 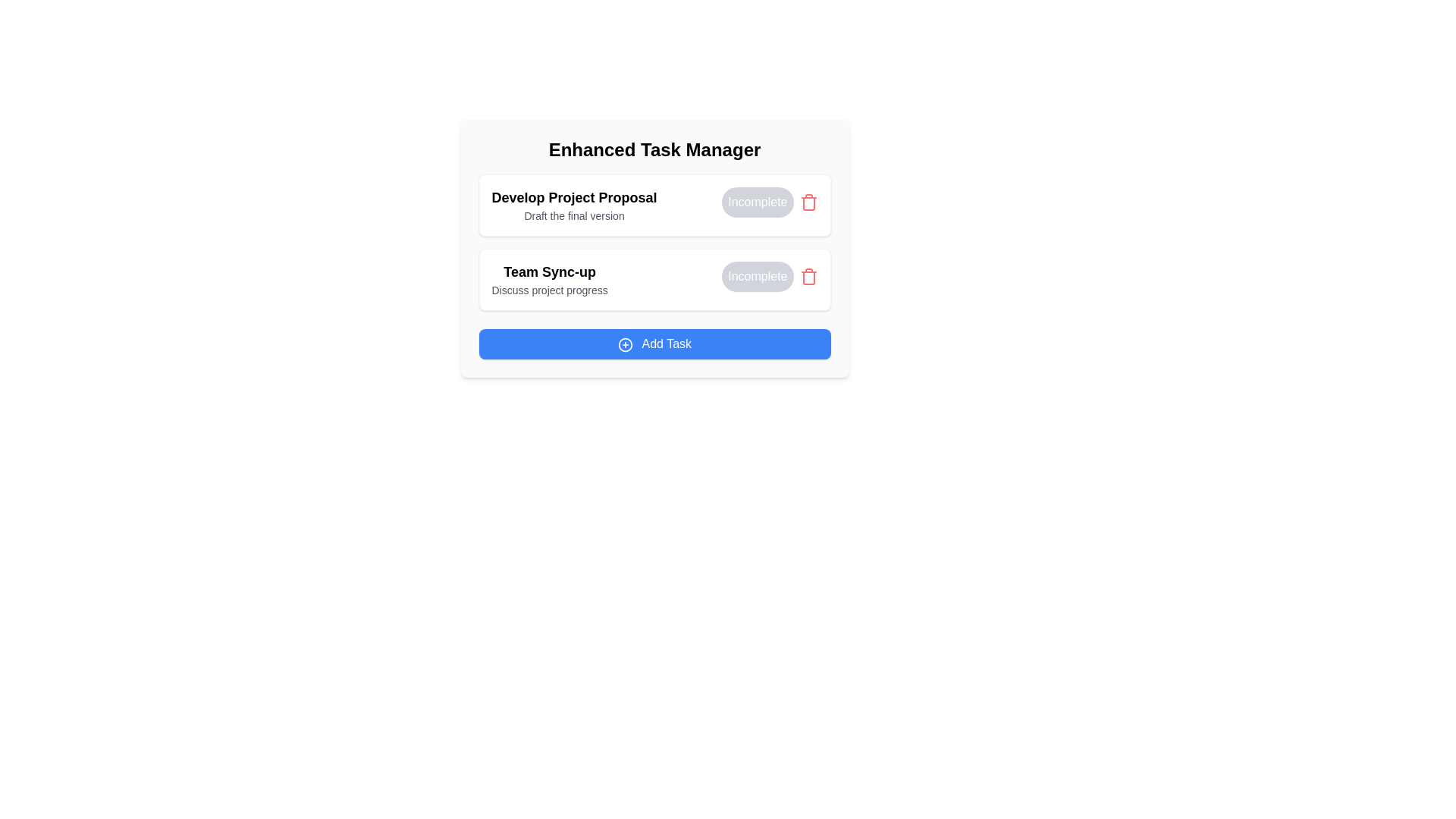 I want to click on the 'Team Sync-up' status button to prepare for keyboard navigation, so click(x=758, y=277).